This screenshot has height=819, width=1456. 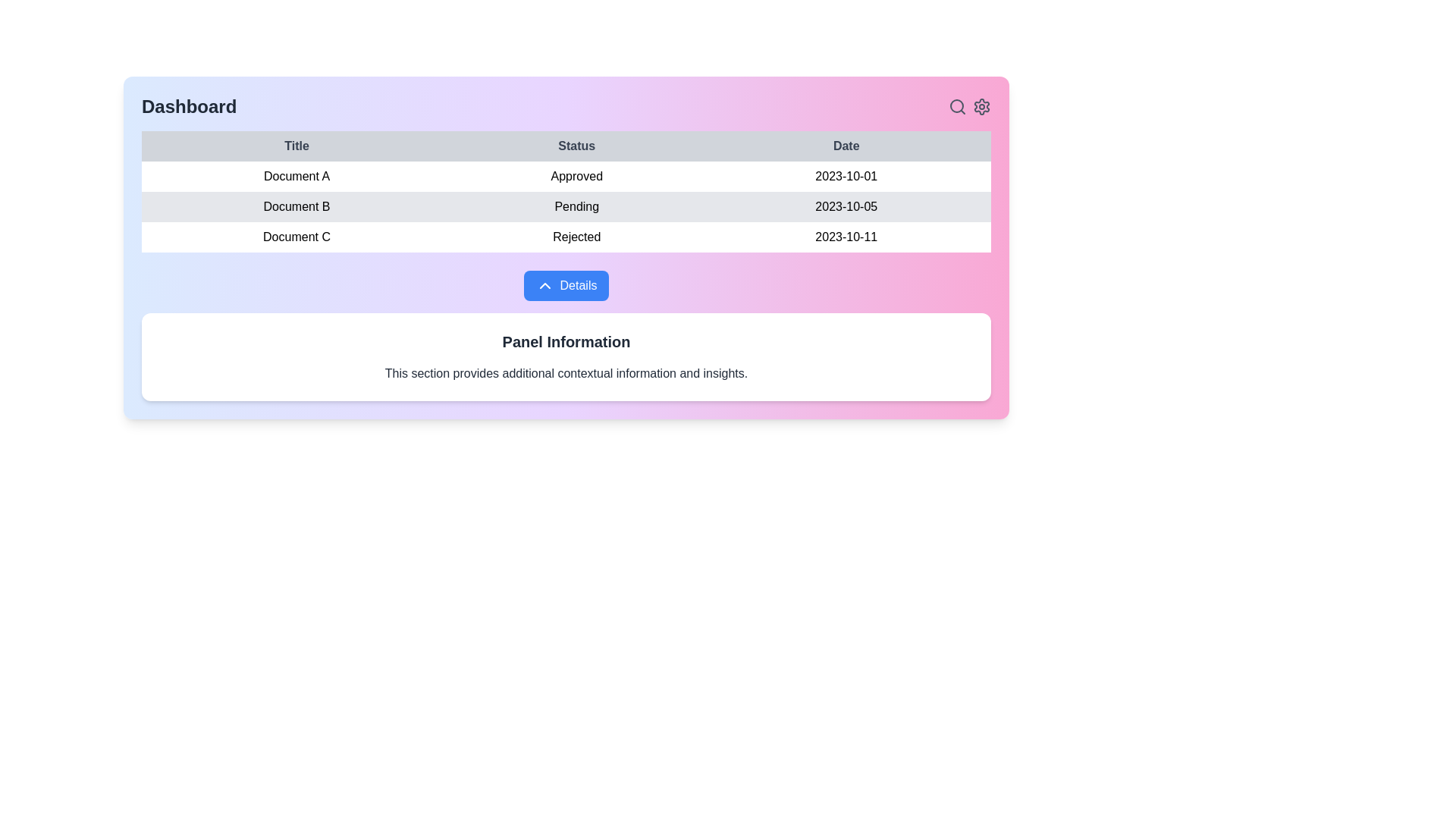 What do you see at coordinates (544, 286) in the screenshot?
I see `the small upward-facing chevron icon, which is white against a blue background, located to the left of the 'Details' button` at bounding box center [544, 286].